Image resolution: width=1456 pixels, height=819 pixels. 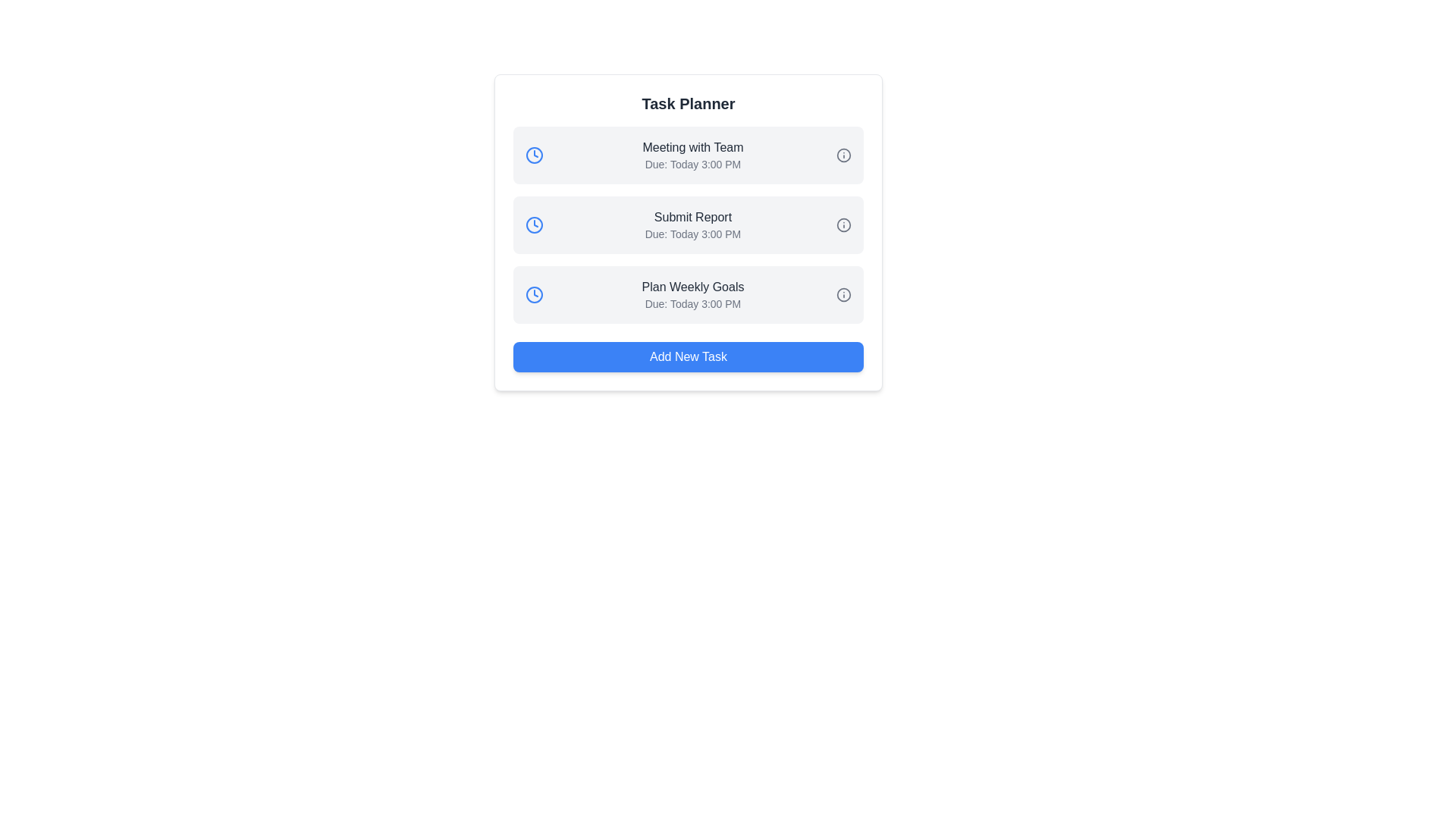 What do you see at coordinates (535, 295) in the screenshot?
I see `the decorative Icon Background Circle of the clock icon located to the left of the 'Plan Weekly Goals' text in the third row of task entries in the 'Task Planner' interface` at bounding box center [535, 295].